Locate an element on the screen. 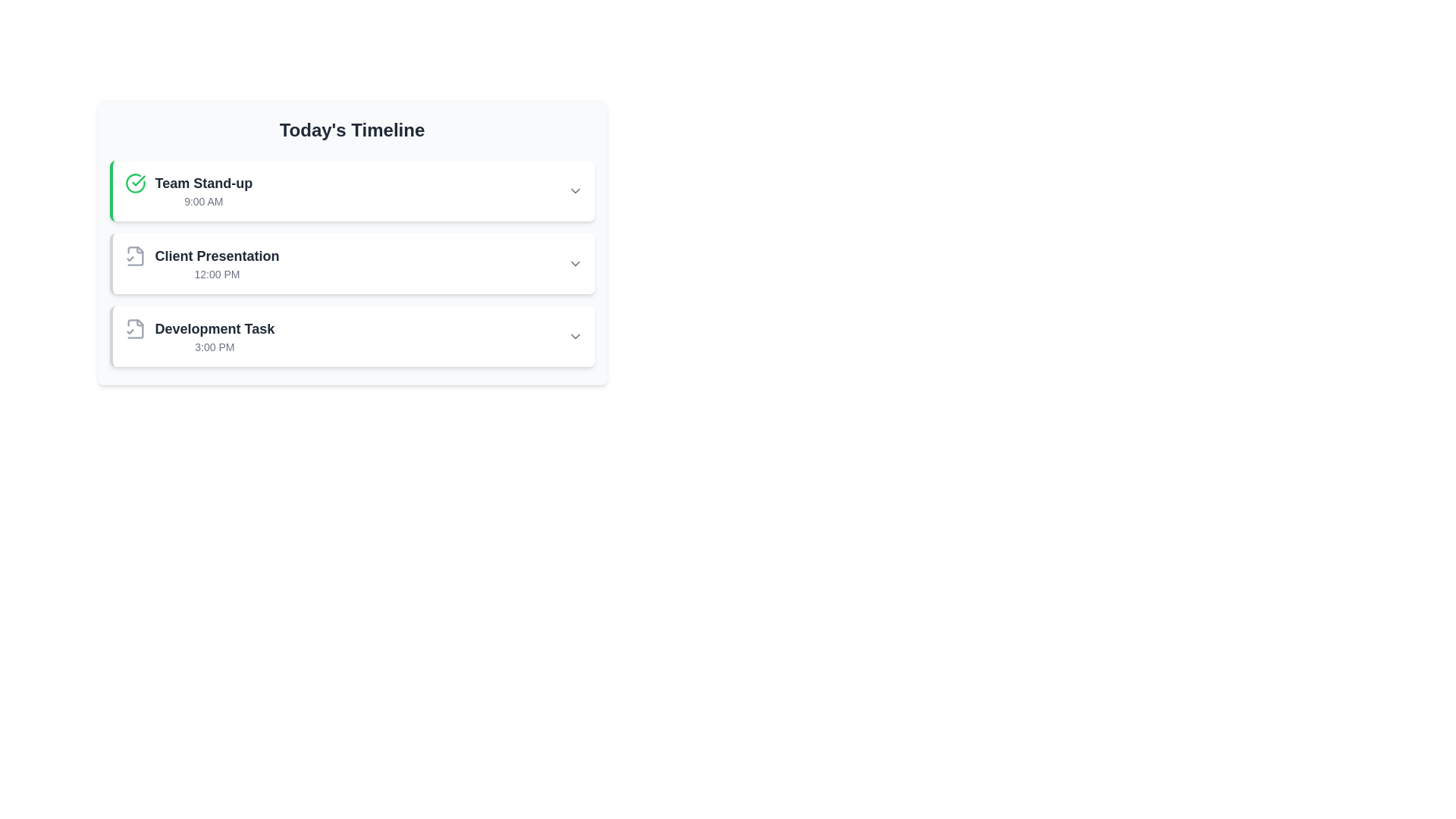  the 'Client Presentation' text label, which is the second entry in the timeline under 'Today's Timeline' is located at coordinates (216, 256).